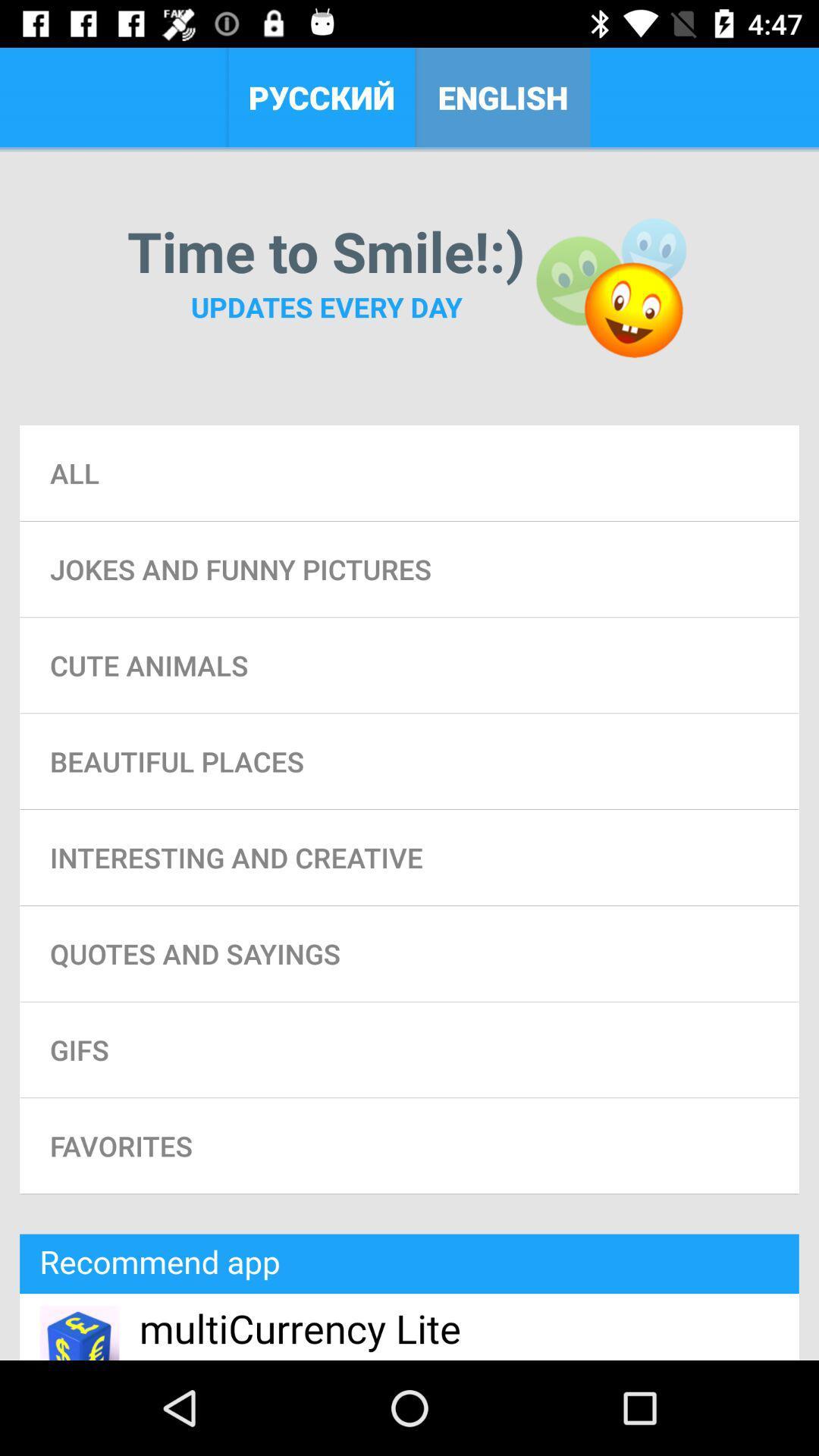 The height and width of the screenshot is (1456, 819). What do you see at coordinates (409, 761) in the screenshot?
I see `item below the cute animals item` at bounding box center [409, 761].